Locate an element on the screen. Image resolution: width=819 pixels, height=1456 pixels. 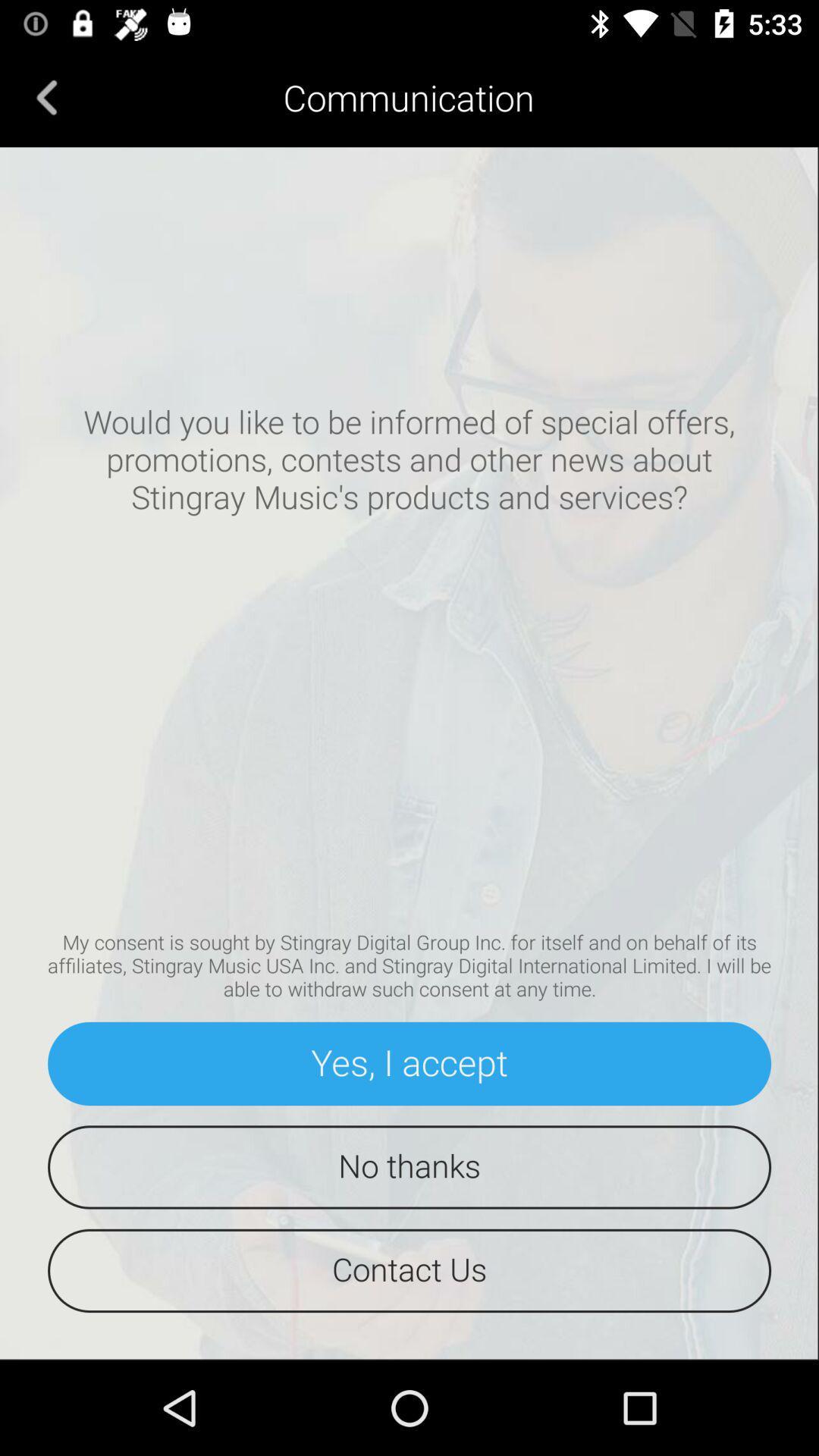
the arrow_backward icon is located at coordinates (46, 96).